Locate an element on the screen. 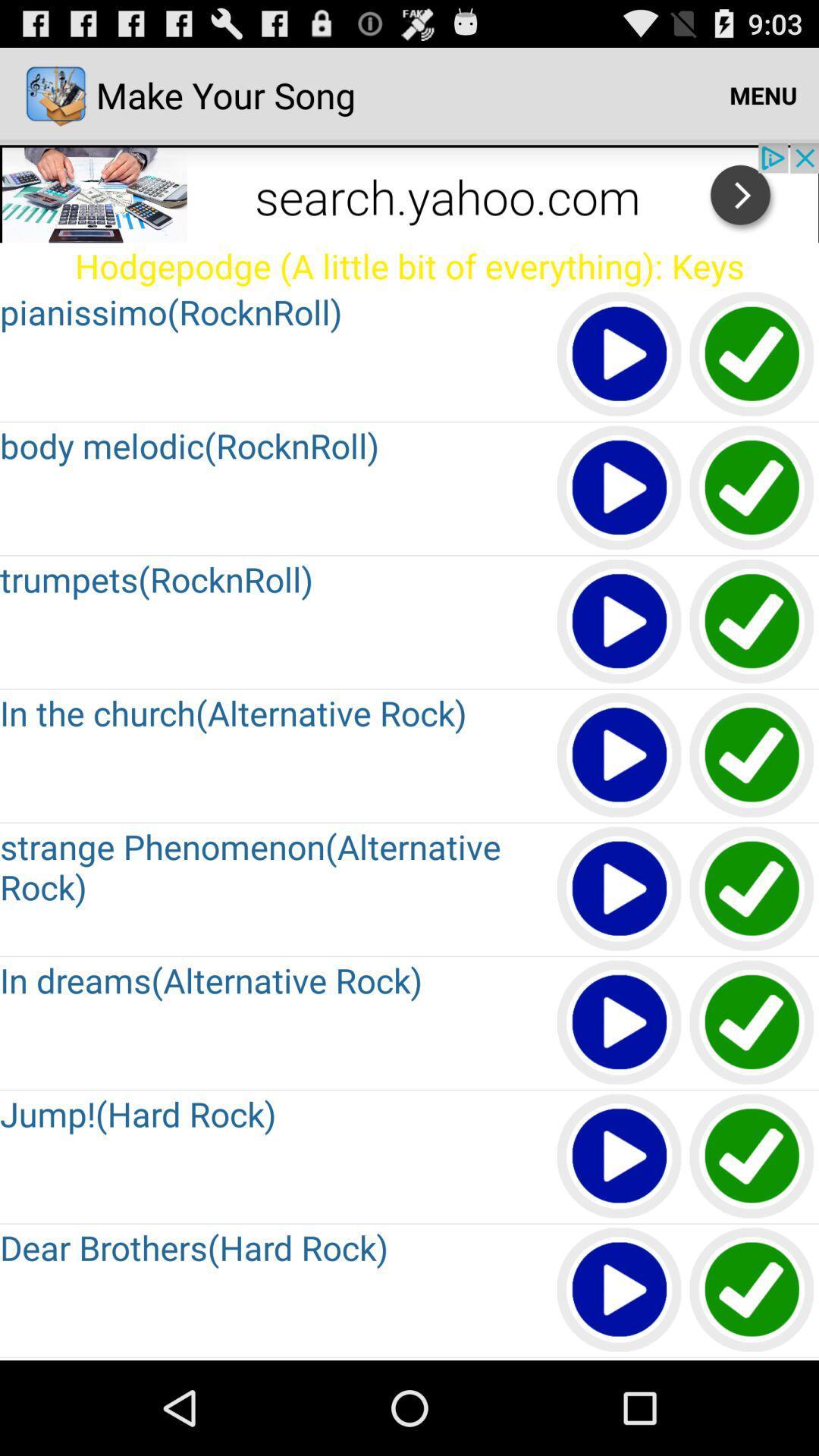 This screenshot has height=1456, width=819. page is located at coordinates (620, 488).